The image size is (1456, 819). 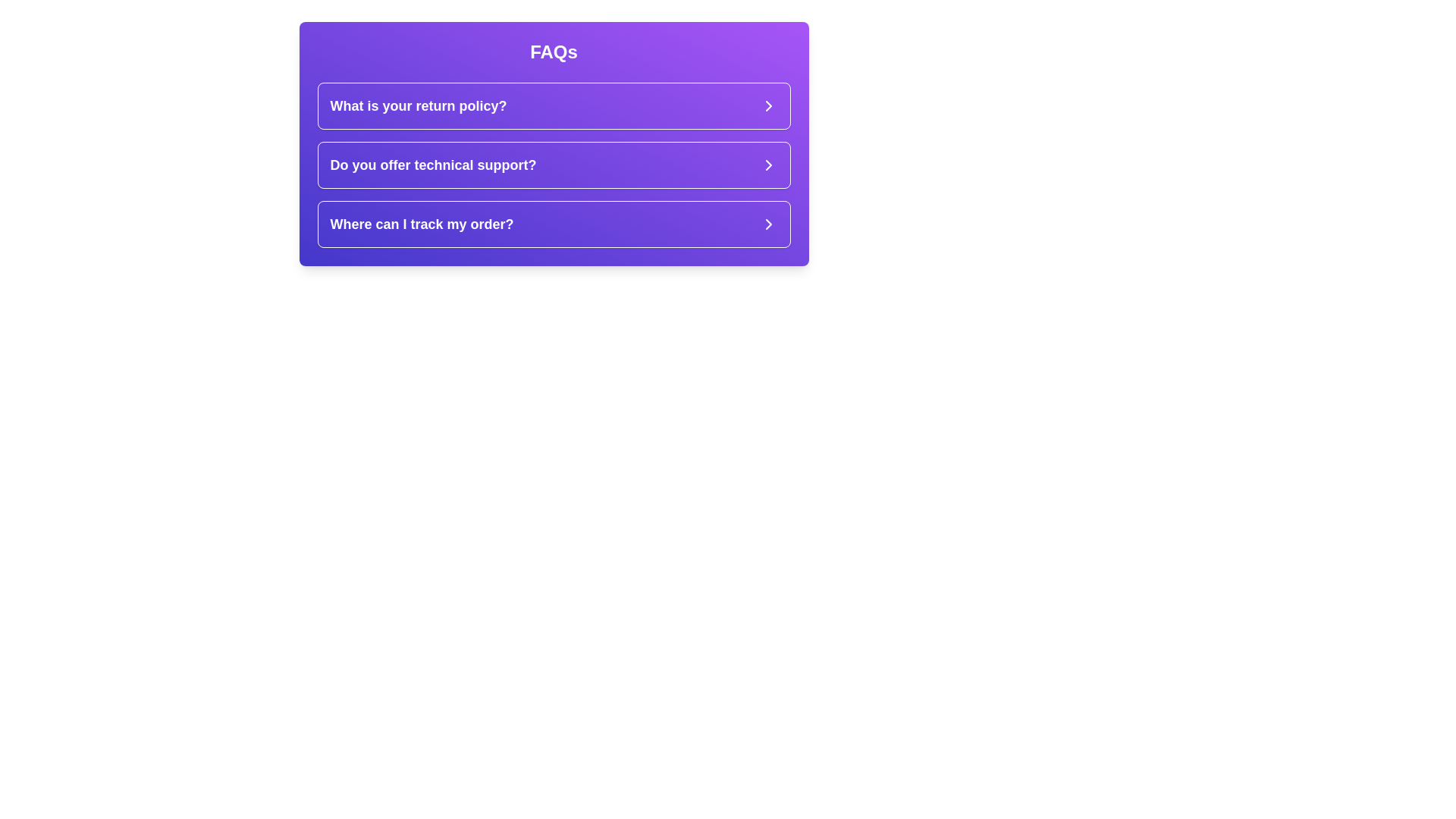 What do you see at coordinates (553, 105) in the screenshot?
I see `the collapsible section labeled 'What is your return policy?'` at bounding box center [553, 105].